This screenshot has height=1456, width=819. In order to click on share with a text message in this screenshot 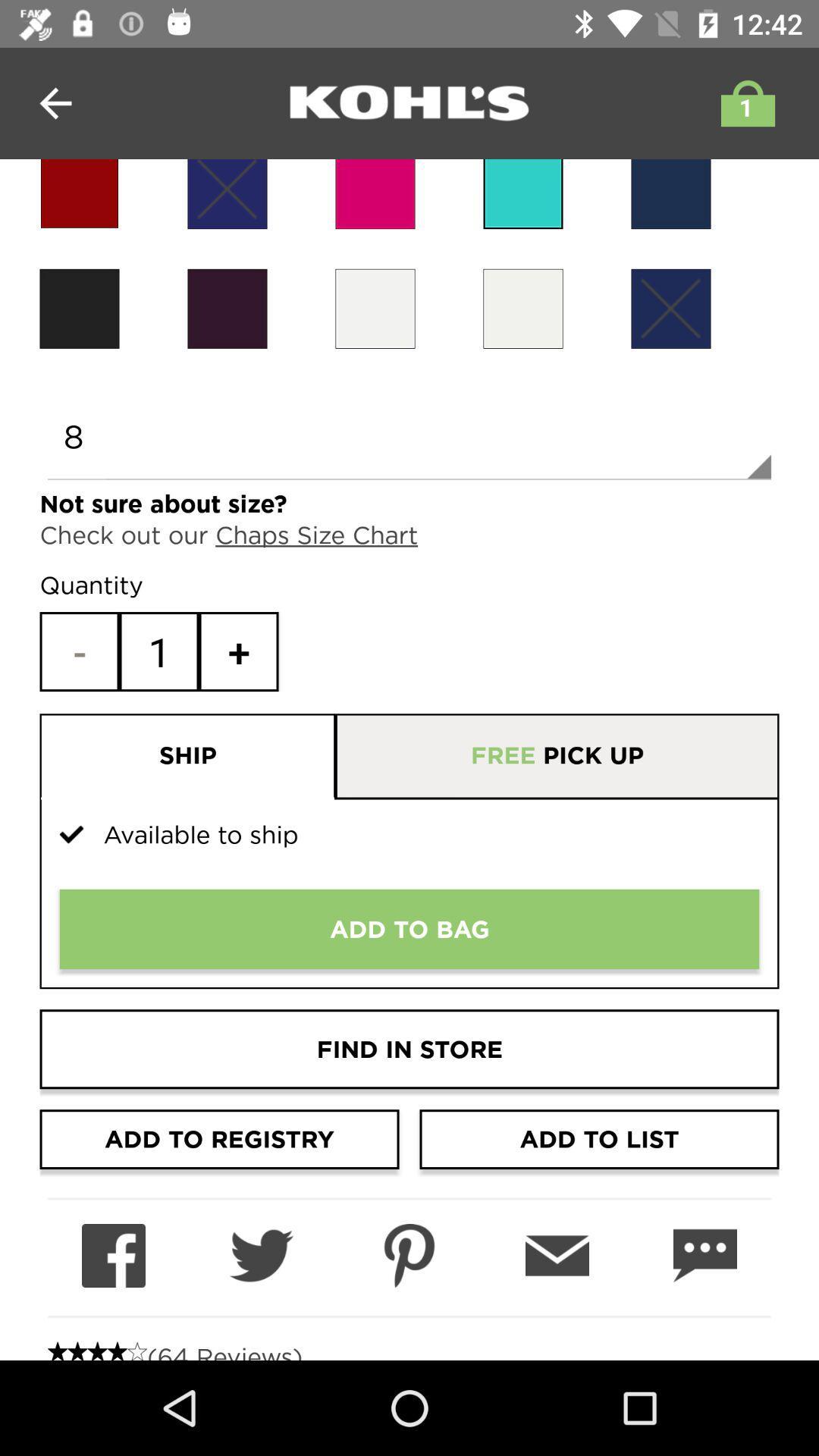, I will do `click(704, 1256)`.